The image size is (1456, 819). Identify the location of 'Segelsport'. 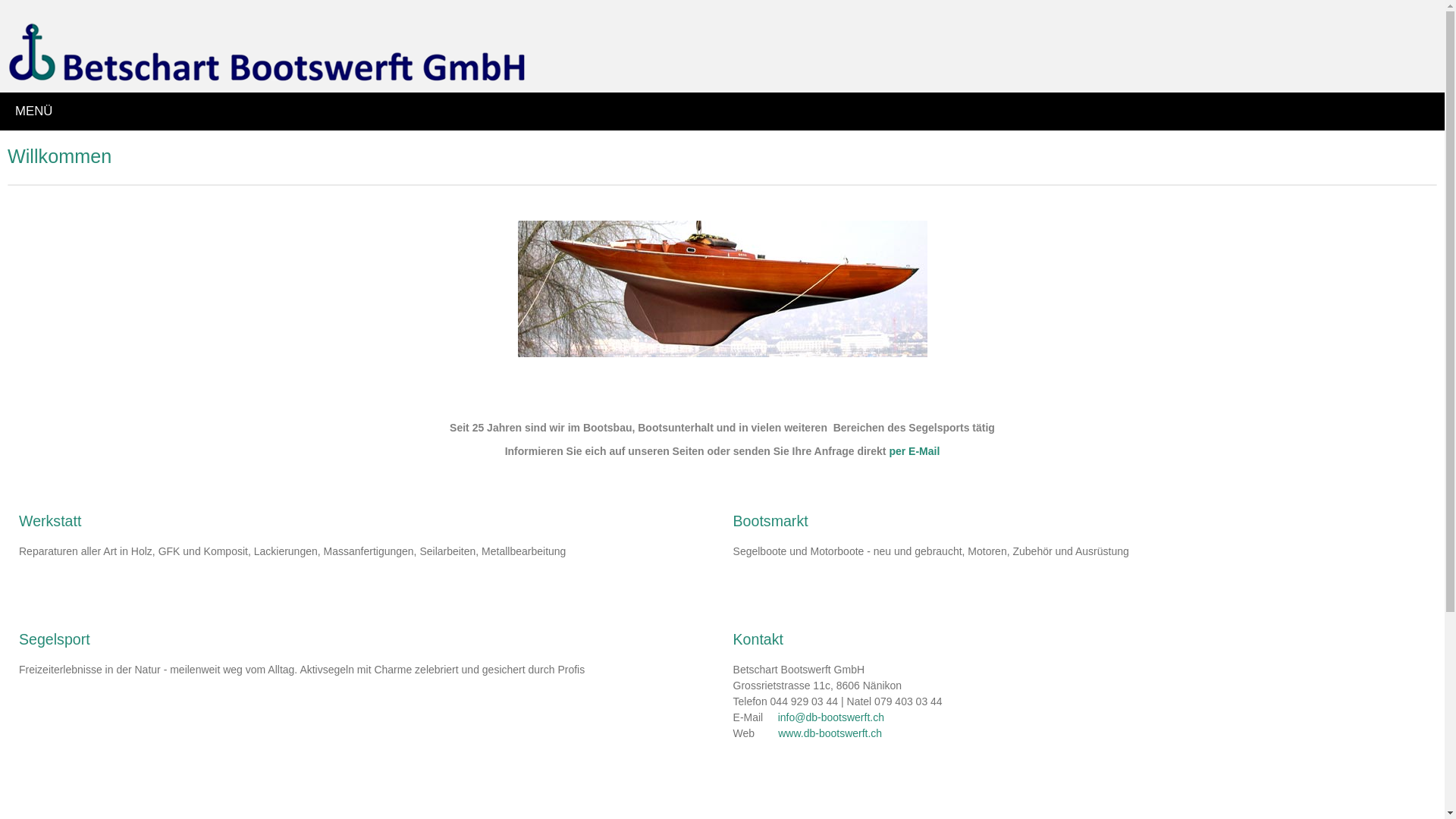
(55, 639).